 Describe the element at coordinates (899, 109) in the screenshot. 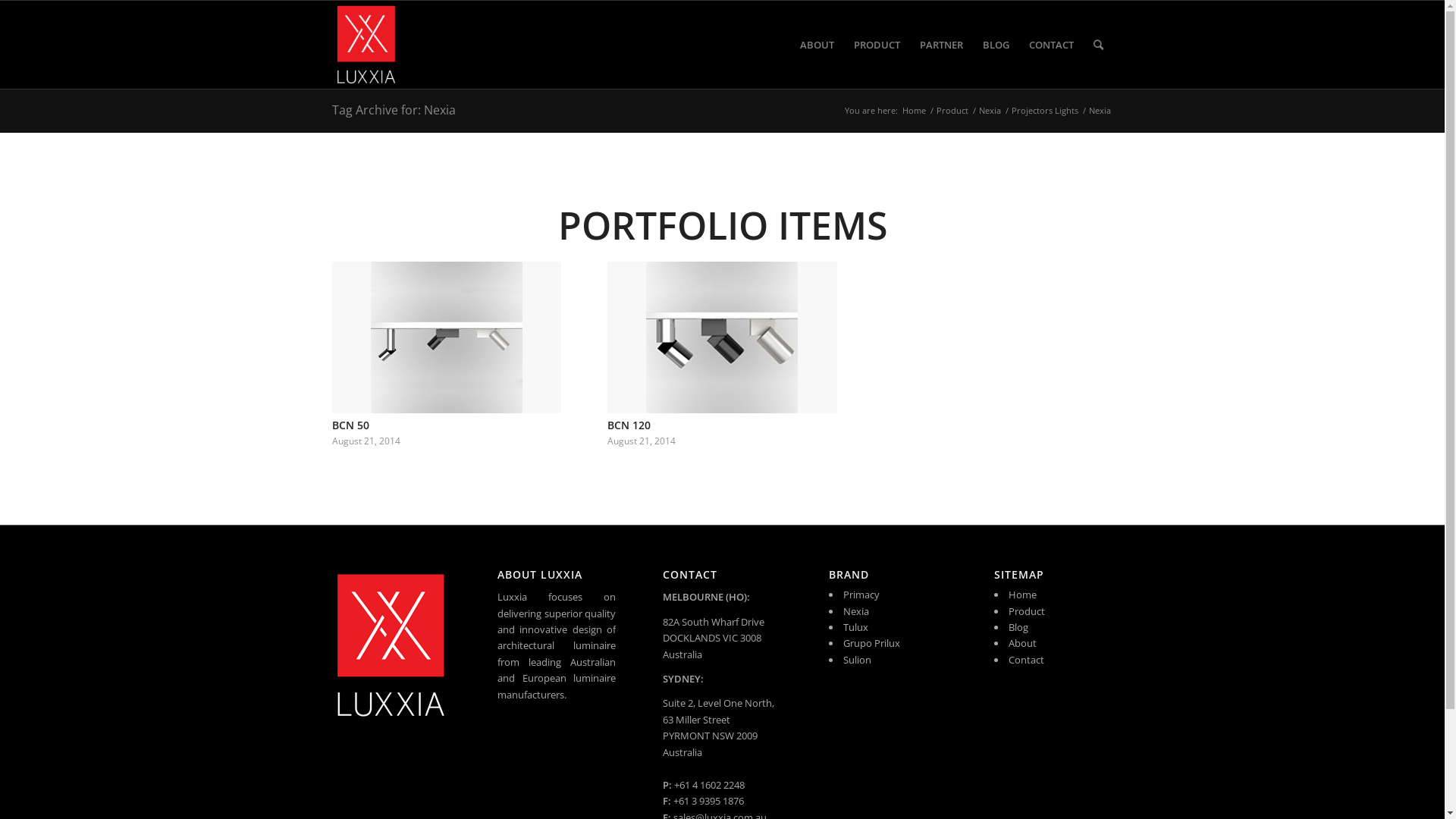

I see `'Home'` at that location.